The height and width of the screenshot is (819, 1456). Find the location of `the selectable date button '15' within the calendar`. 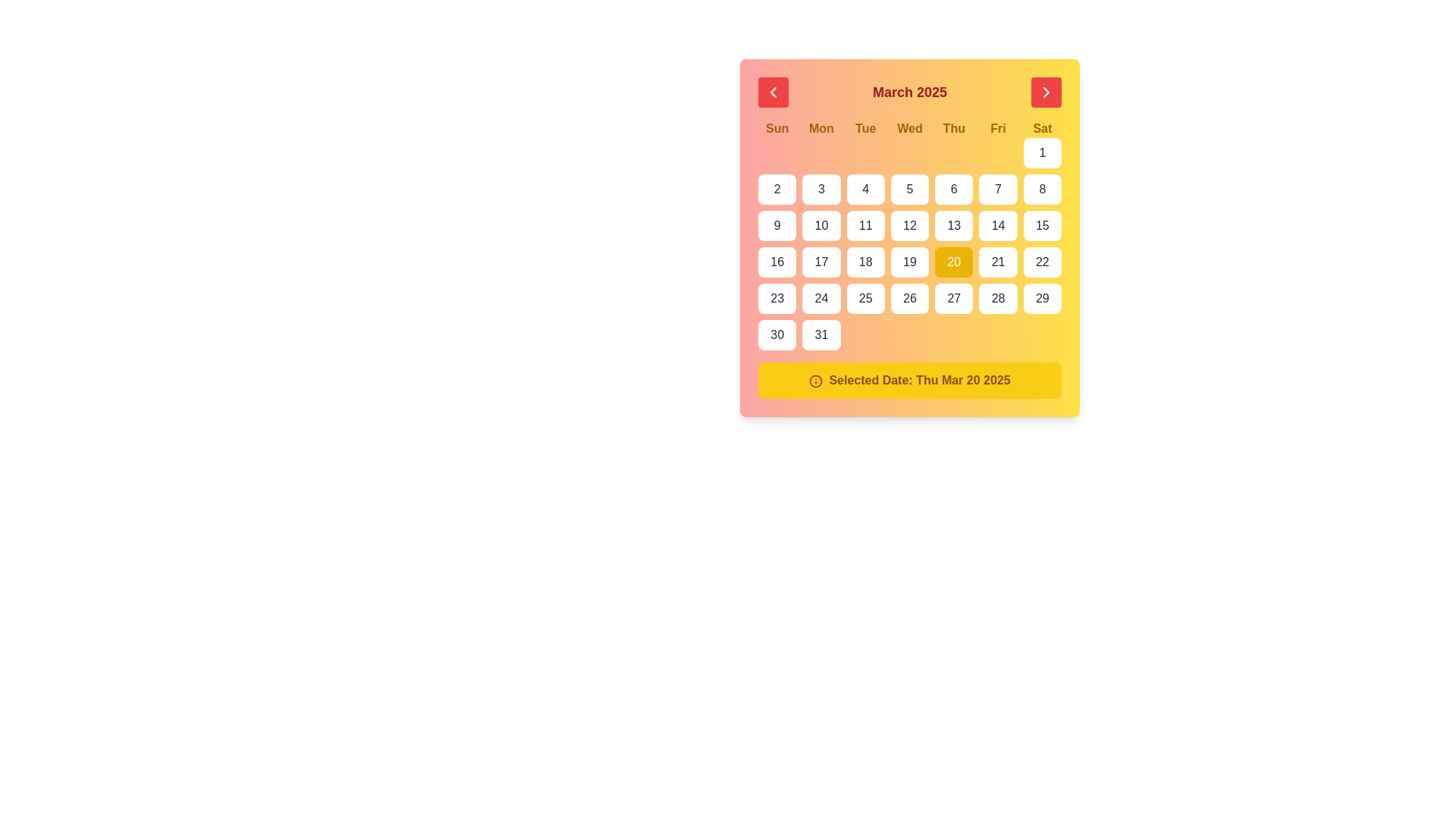

the selectable date button '15' within the calendar is located at coordinates (1041, 225).